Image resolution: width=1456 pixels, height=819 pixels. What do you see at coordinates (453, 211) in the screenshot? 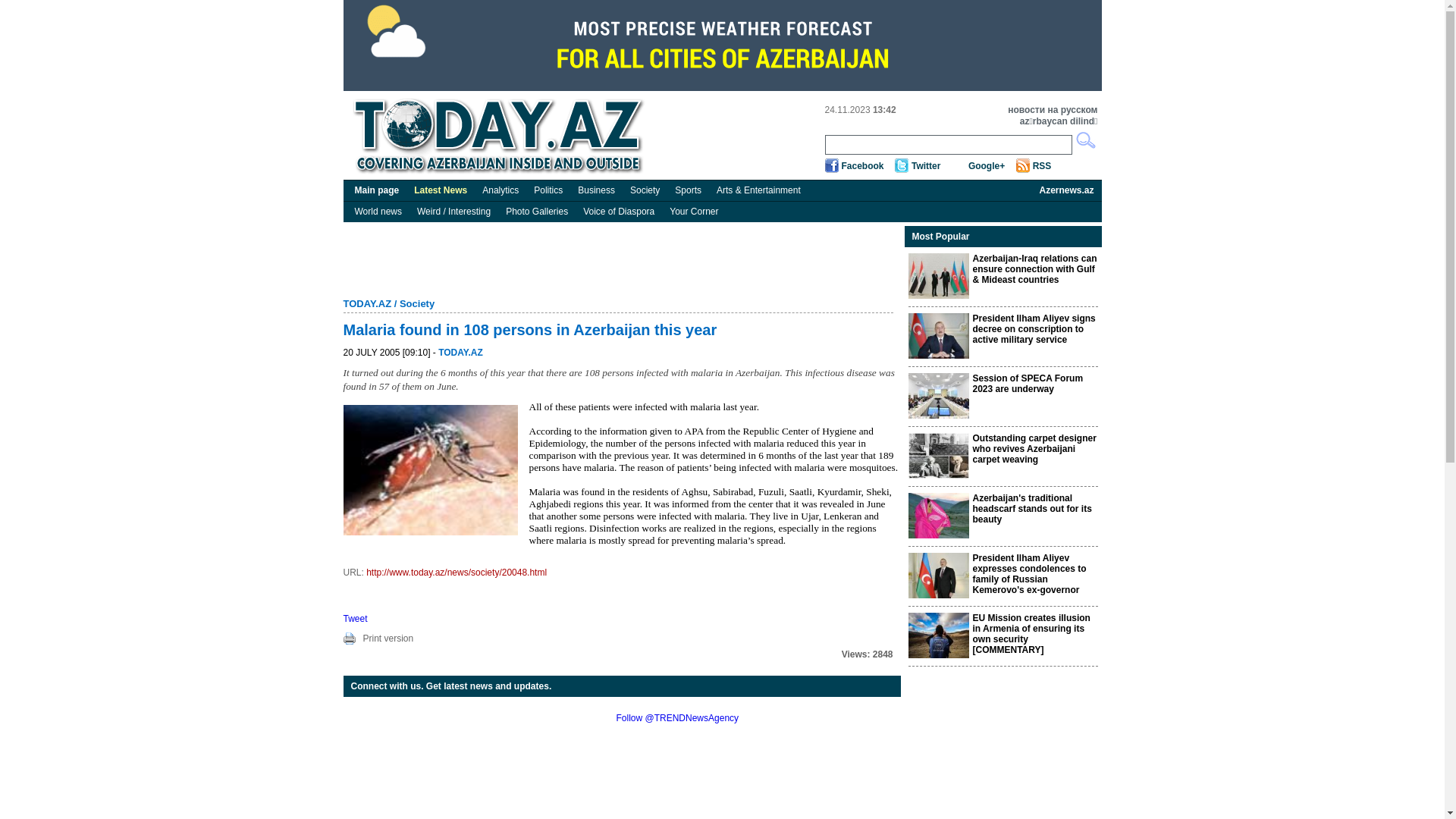
I see `'Weird / Interesting'` at bounding box center [453, 211].